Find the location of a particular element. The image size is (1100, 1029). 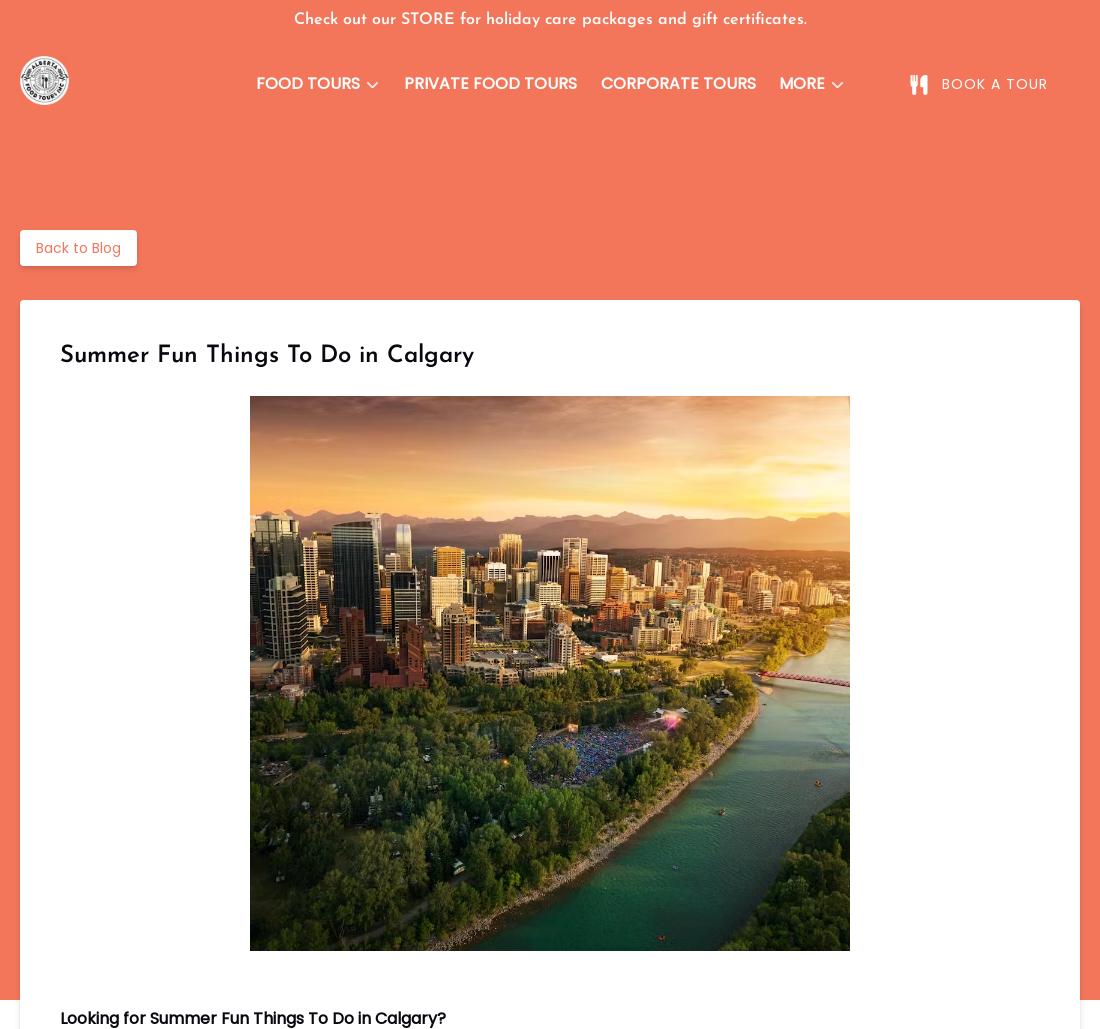

'More' is located at coordinates (802, 99).